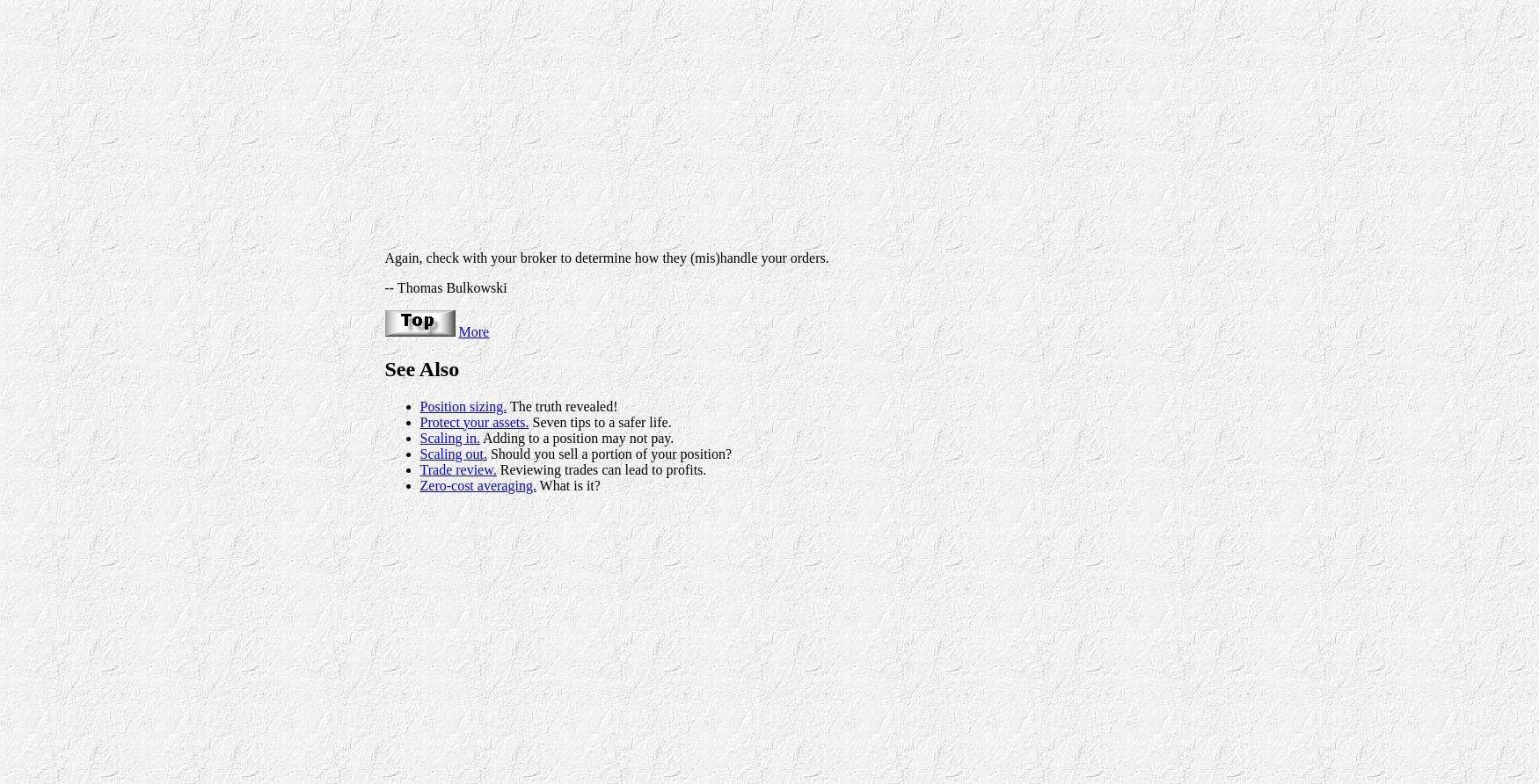 This screenshot has height=784, width=1539. I want to click on 'The truth revealed!', so click(560, 405).